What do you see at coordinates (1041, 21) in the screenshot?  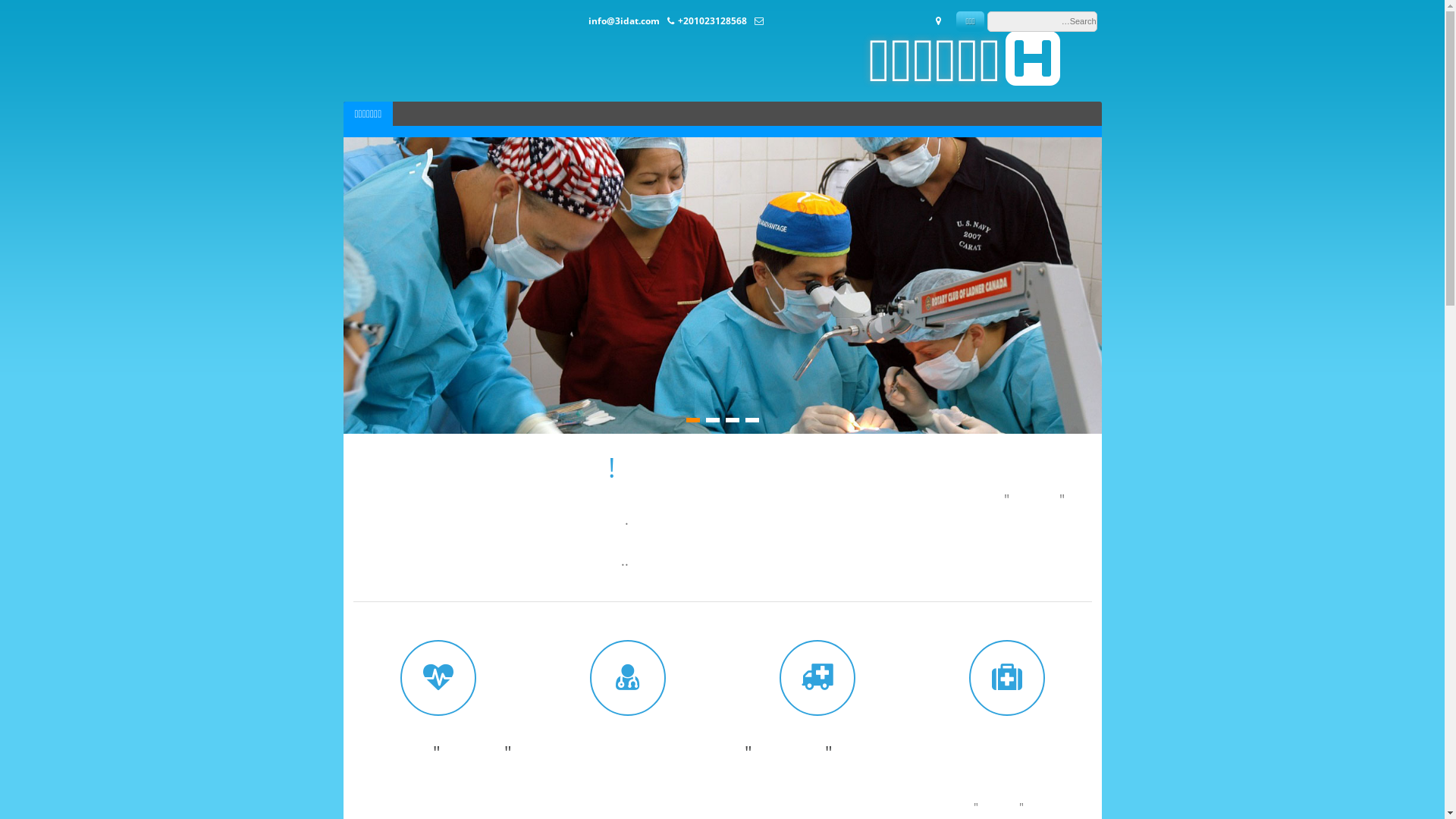 I see `'Search for:'` at bounding box center [1041, 21].